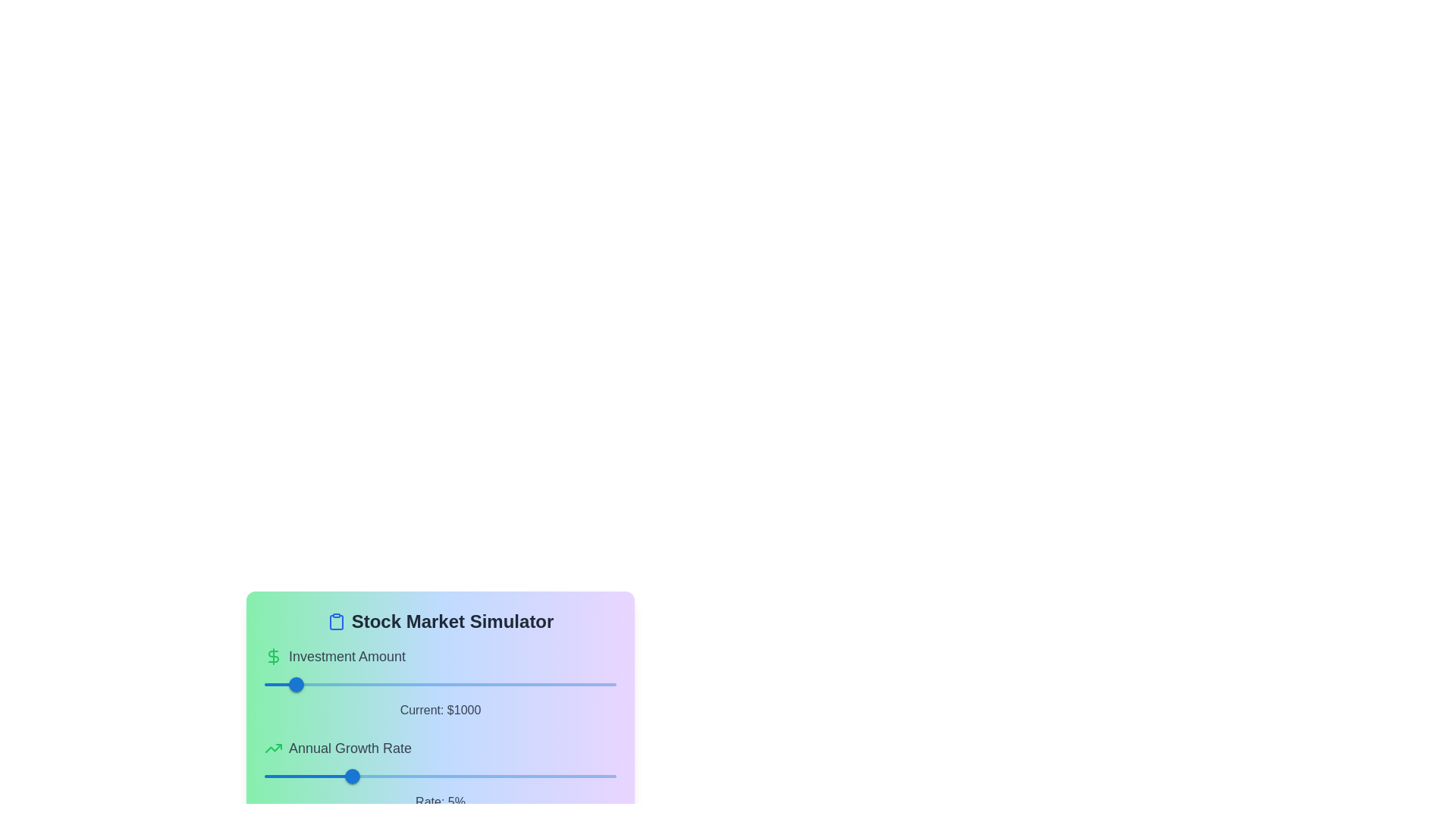  I want to click on the investment amount, so click(255, 684).